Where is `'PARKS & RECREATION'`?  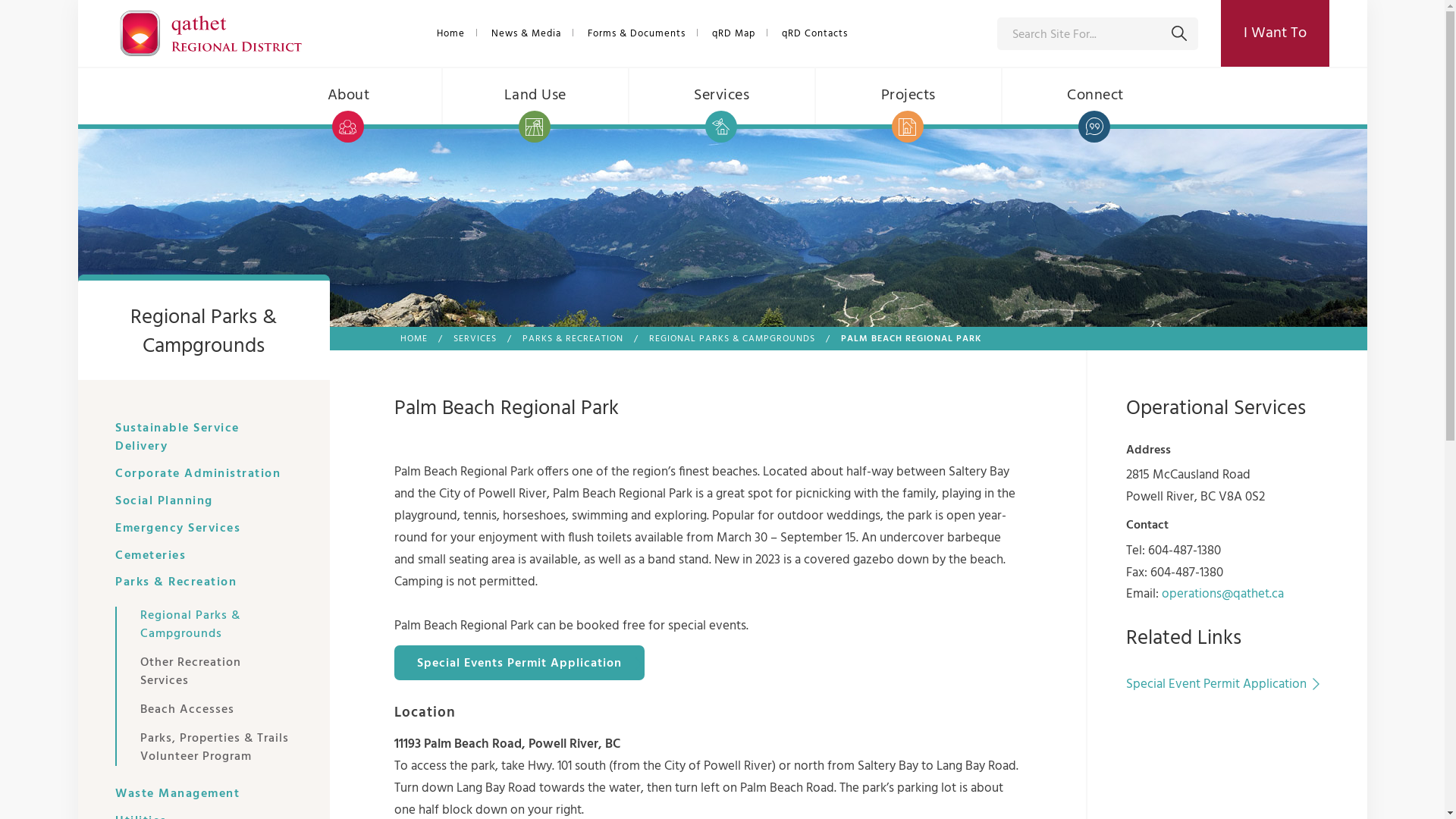 'PARKS & RECREATION' is located at coordinates (571, 338).